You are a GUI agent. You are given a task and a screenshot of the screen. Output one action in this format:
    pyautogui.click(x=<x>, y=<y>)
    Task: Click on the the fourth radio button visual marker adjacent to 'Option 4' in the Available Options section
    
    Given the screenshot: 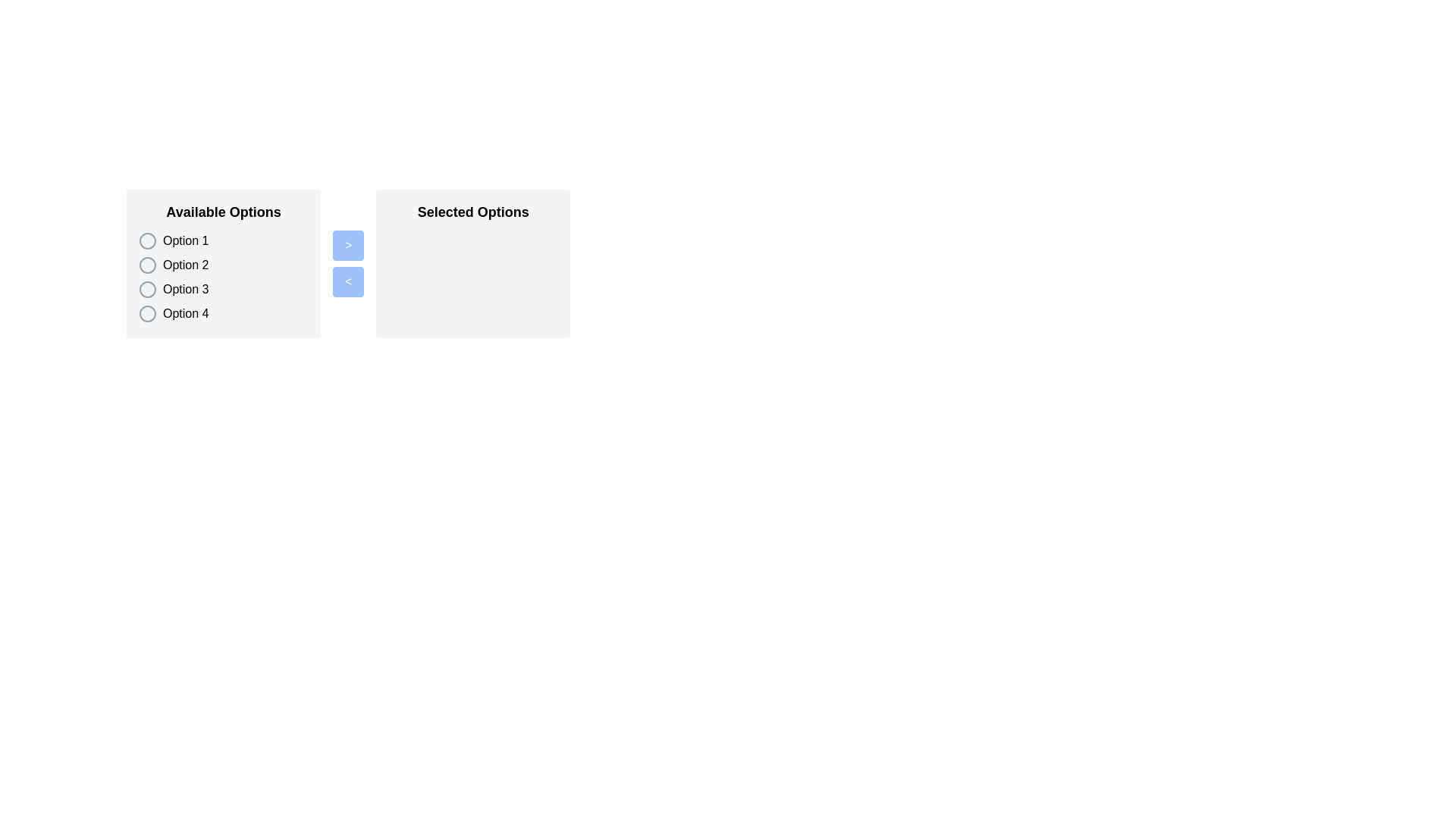 What is the action you would take?
    pyautogui.click(x=148, y=312)
    